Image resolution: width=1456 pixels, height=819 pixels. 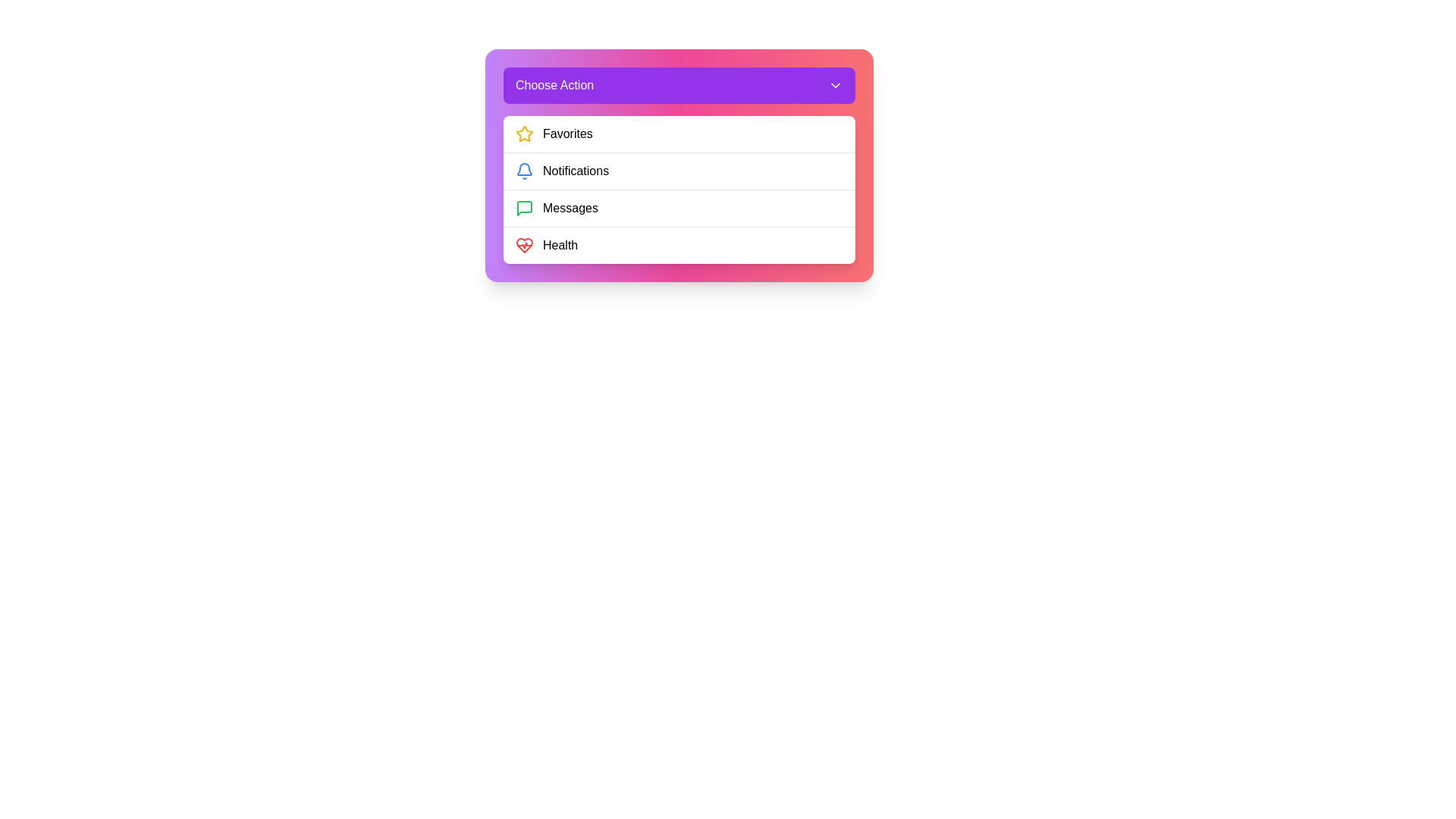 What do you see at coordinates (570, 208) in the screenshot?
I see `the 'Messages' text label, which is the third item in the options list under the 'Choose Action' header, styled in bold black font and positioned above the 'Health' option` at bounding box center [570, 208].